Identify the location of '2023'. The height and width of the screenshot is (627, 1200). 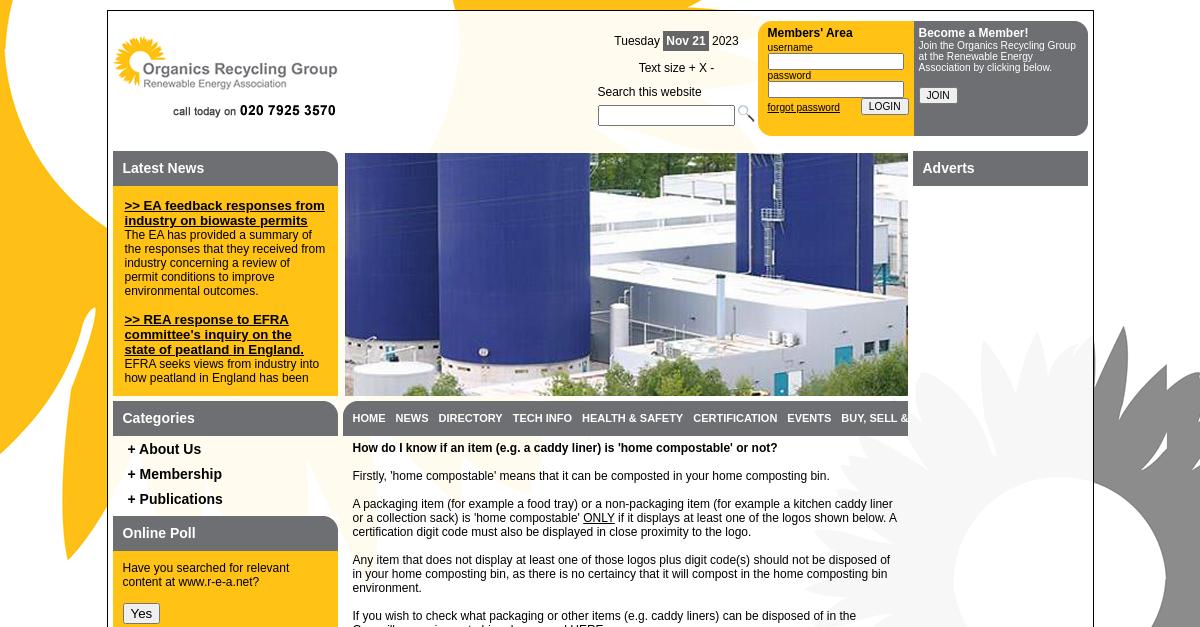
(723, 41).